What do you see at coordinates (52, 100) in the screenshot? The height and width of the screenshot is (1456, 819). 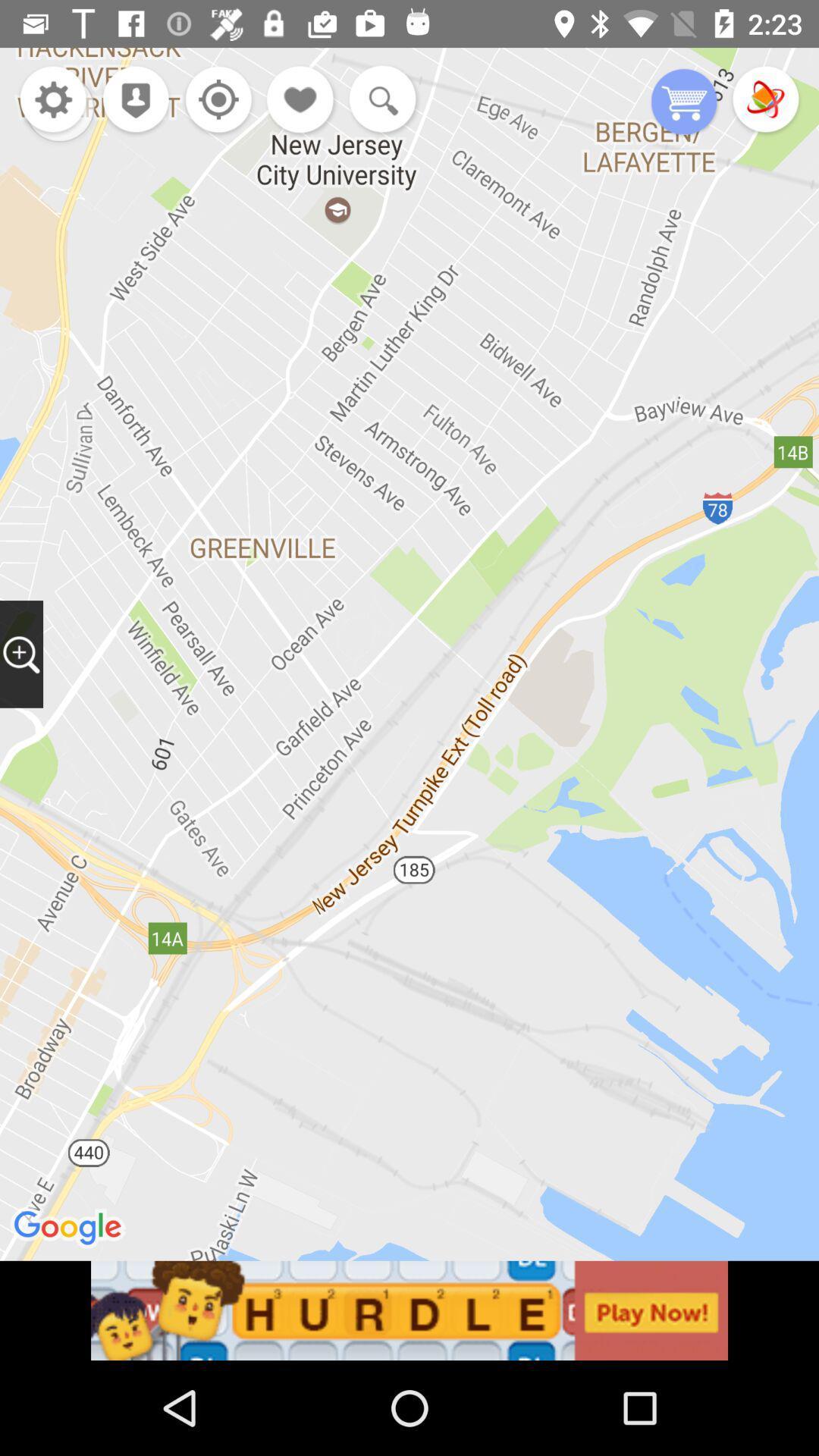 I see `settings` at bounding box center [52, 100].